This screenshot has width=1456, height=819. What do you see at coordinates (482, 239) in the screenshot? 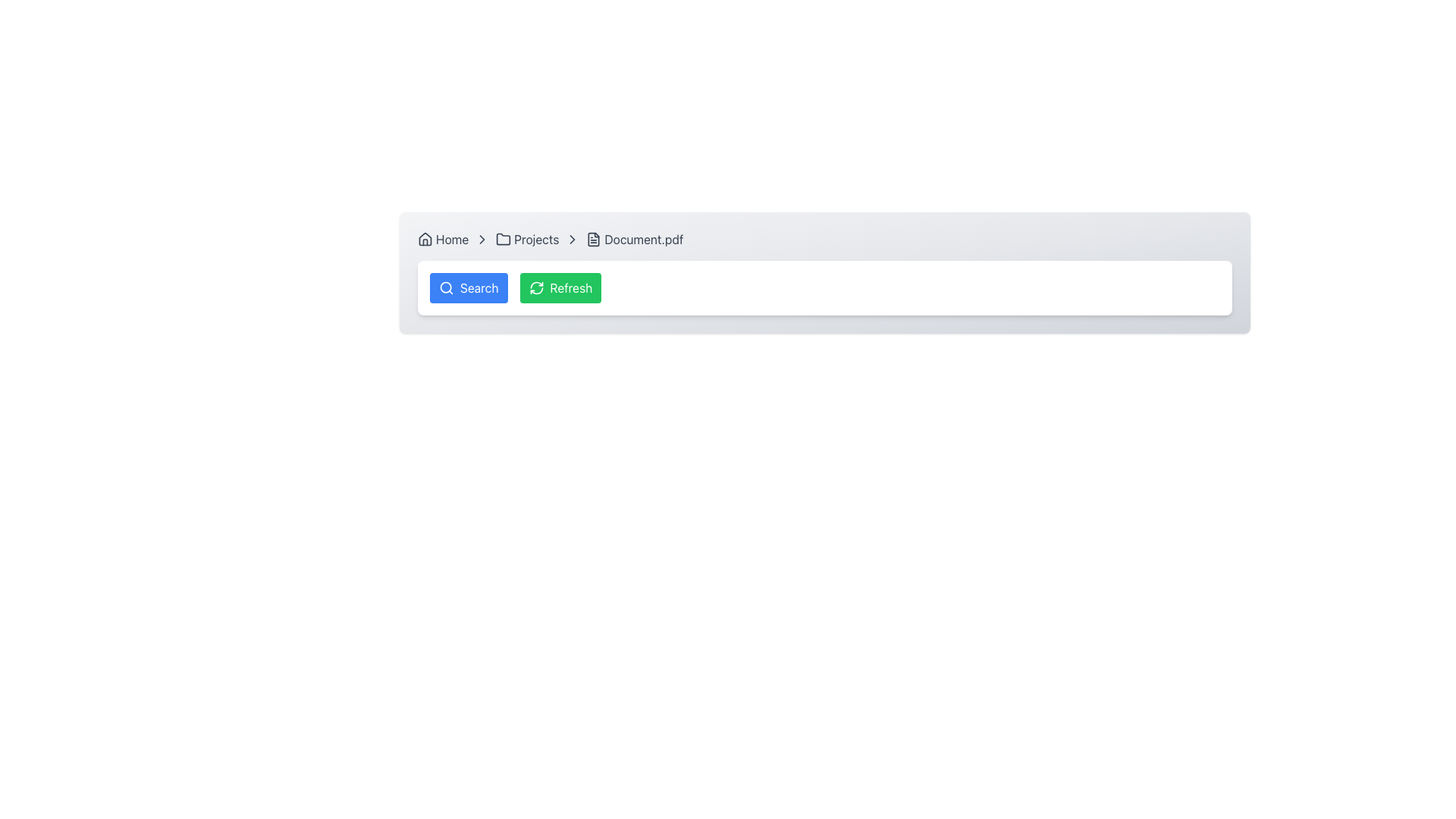
I see `the rightward chevron indicator in the breadcrumb navigation bar to follow the breadcrumb from 'Projects' to 'Document.pdf'` at bounding box center [482, 239].